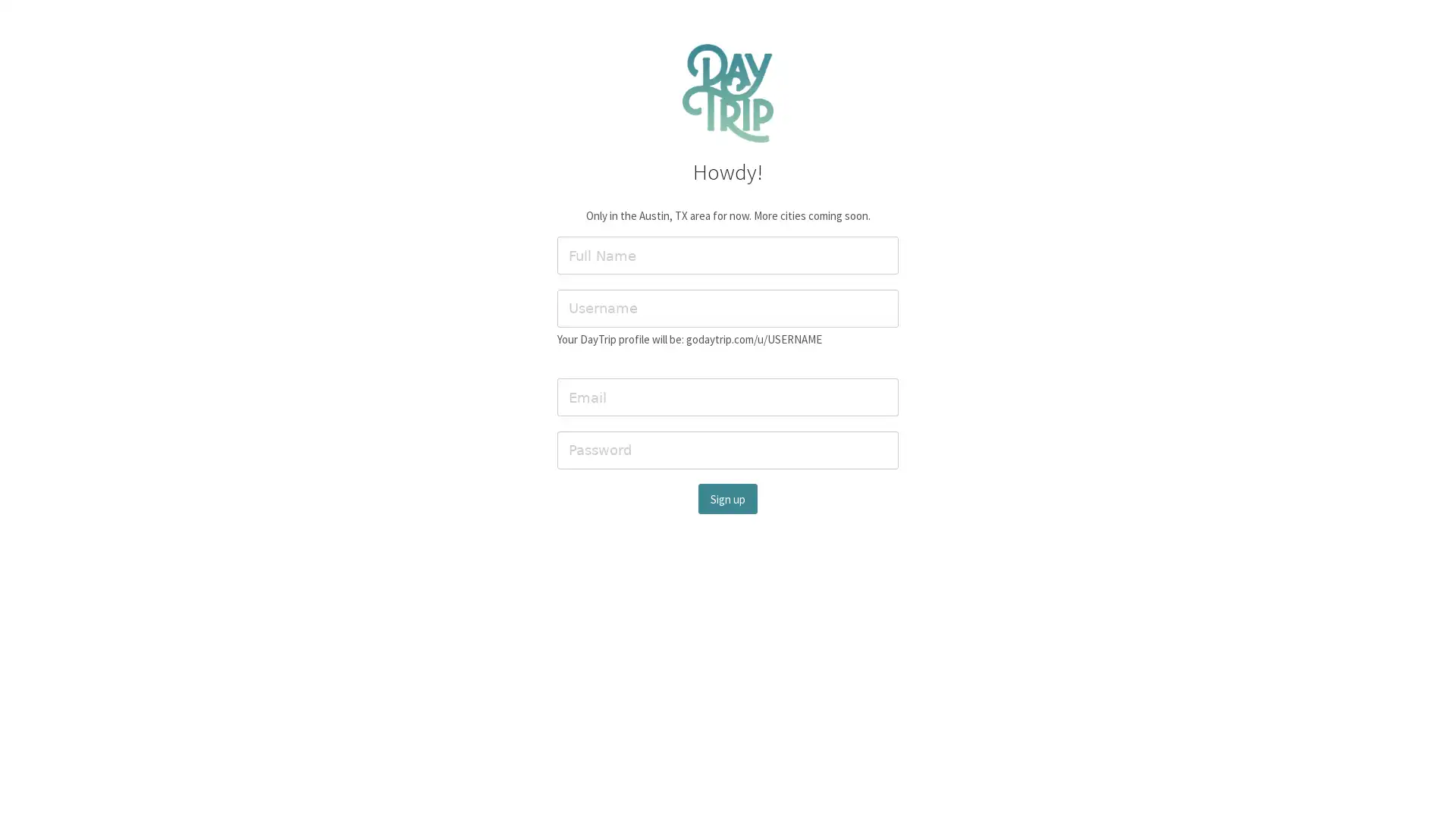  I want to click on Sign up, so click(728, 498).